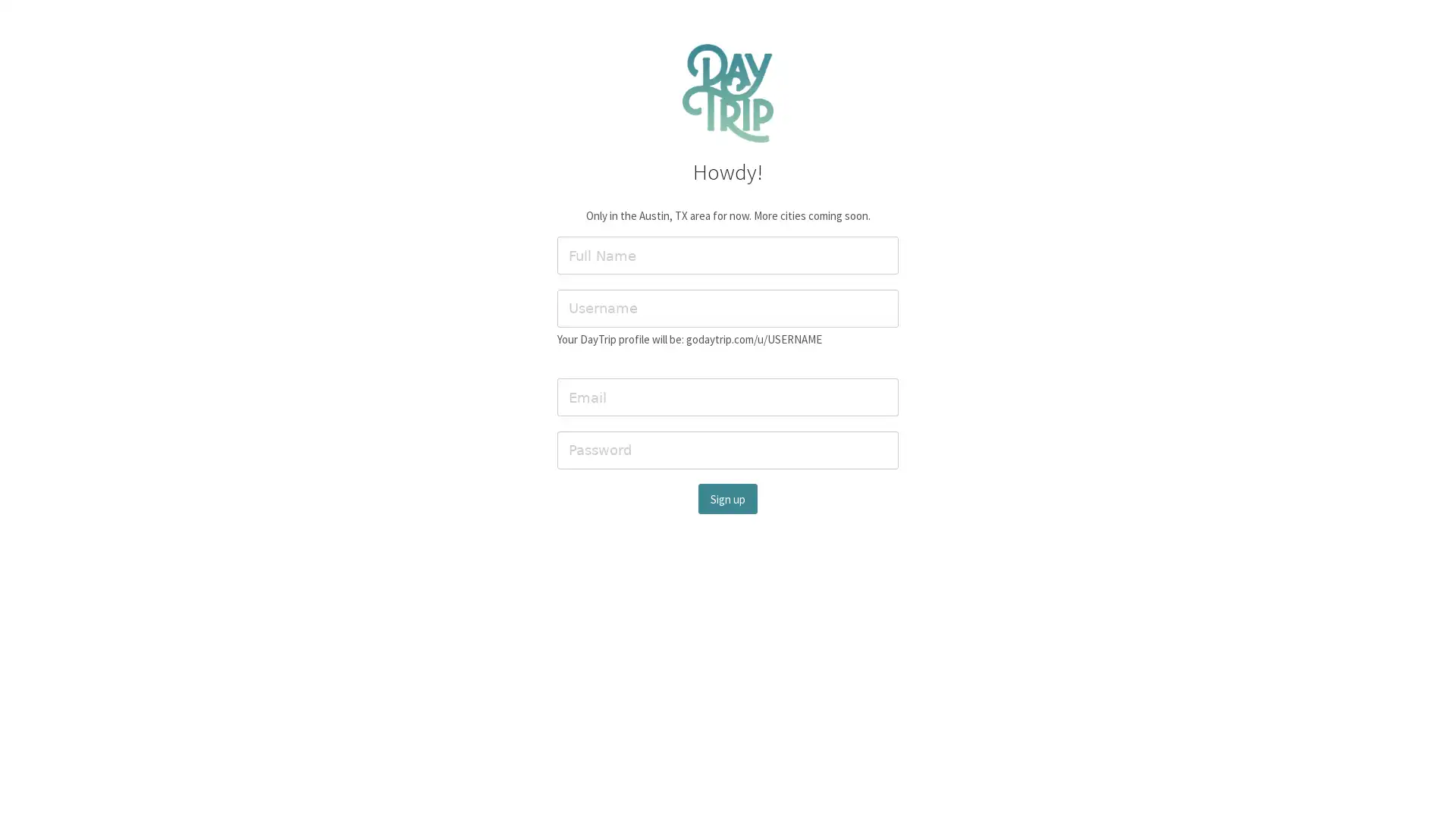  I want to click on Sign up, so click(728, 498).